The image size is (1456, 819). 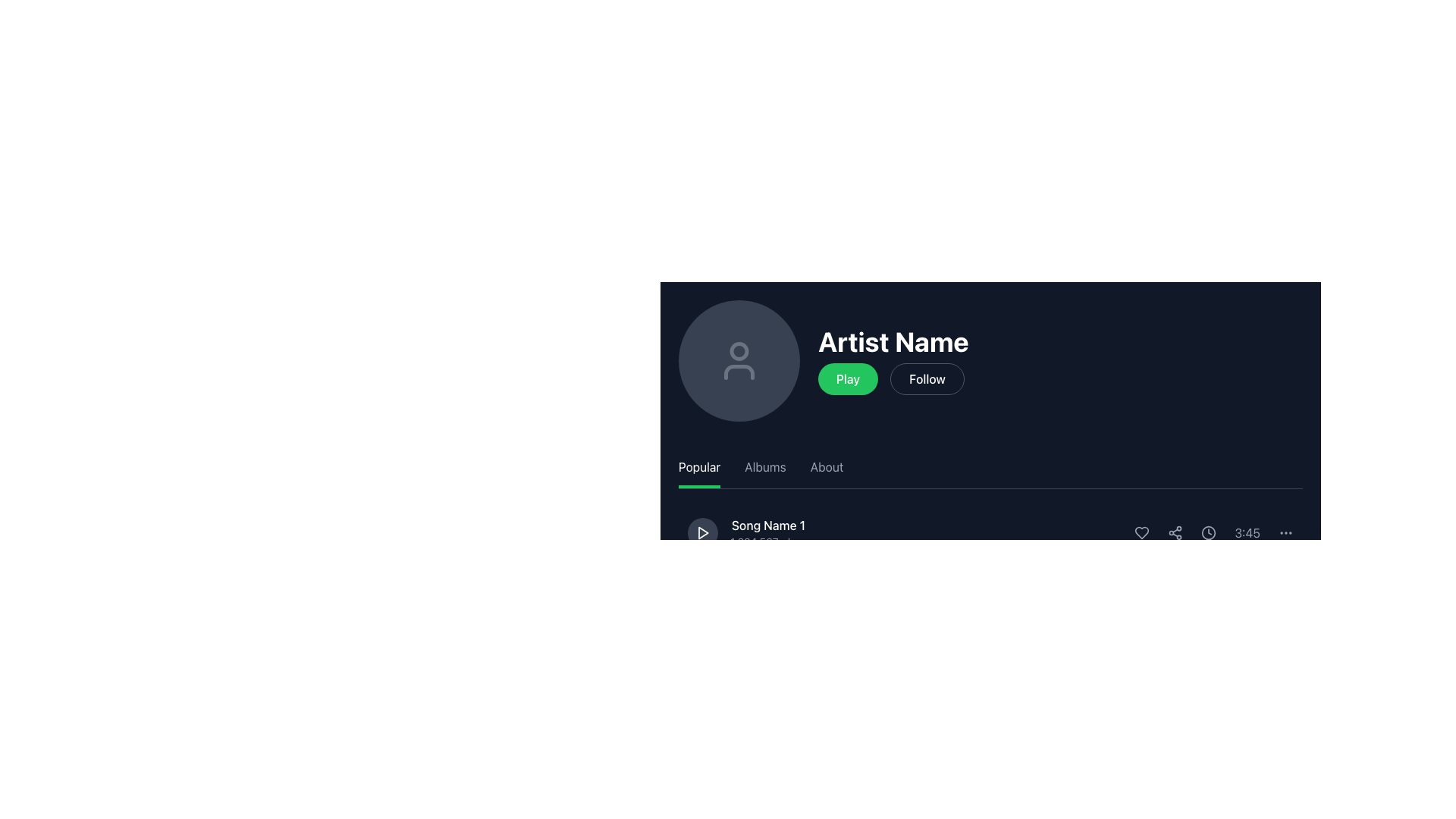 I want to click on the third navigation link in the horizontal menu, so click(x=826, y=466).